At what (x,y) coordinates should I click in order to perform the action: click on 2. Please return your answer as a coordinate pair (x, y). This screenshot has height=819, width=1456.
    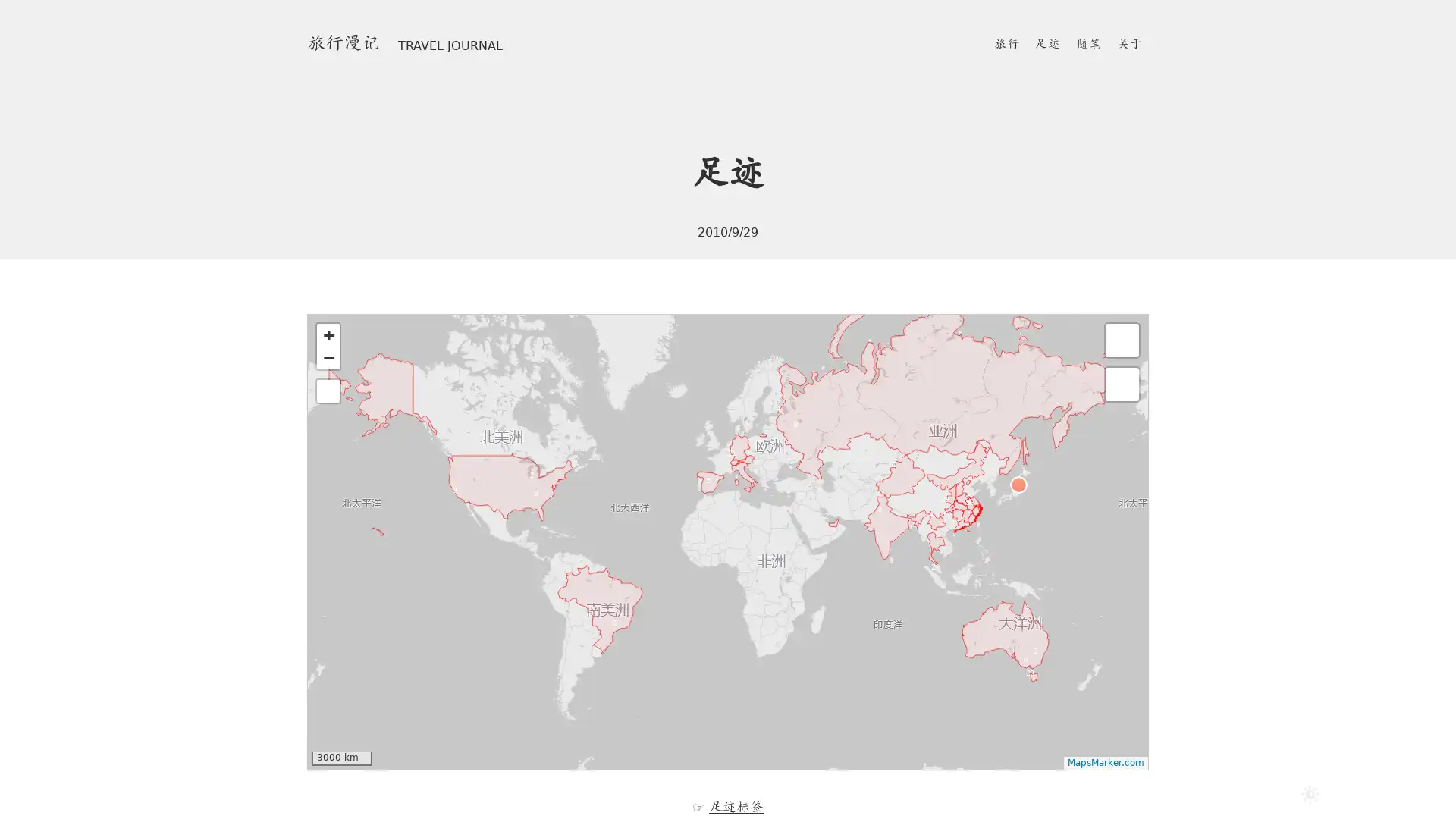
    Looking at the image, I should click on (938, 571).